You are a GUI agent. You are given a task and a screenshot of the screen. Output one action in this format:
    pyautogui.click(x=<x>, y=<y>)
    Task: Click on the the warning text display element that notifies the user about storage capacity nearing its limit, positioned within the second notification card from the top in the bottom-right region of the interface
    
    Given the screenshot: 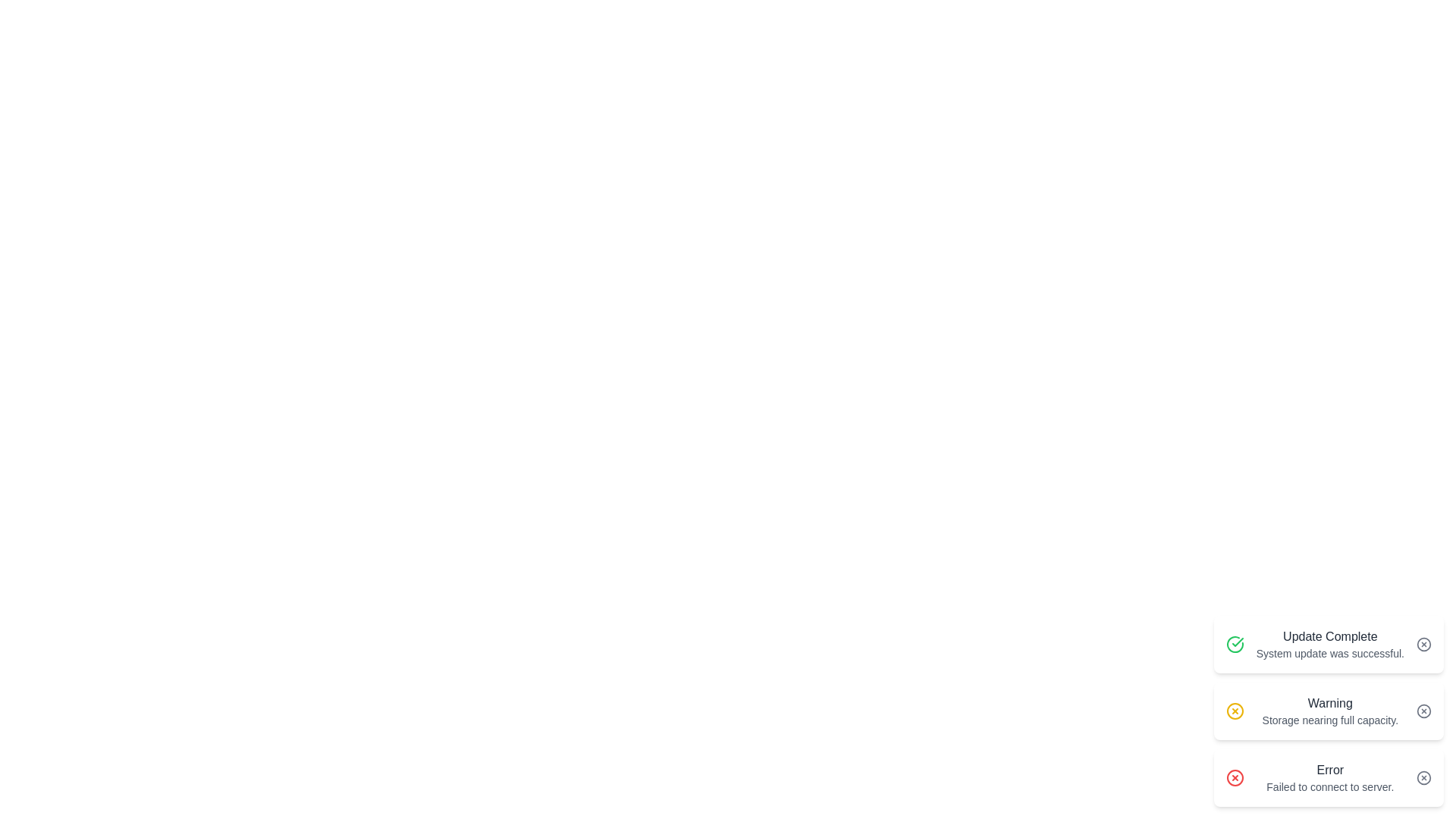 What is the action you would take?
    pyautogui.click(x=1329, y=711)
    